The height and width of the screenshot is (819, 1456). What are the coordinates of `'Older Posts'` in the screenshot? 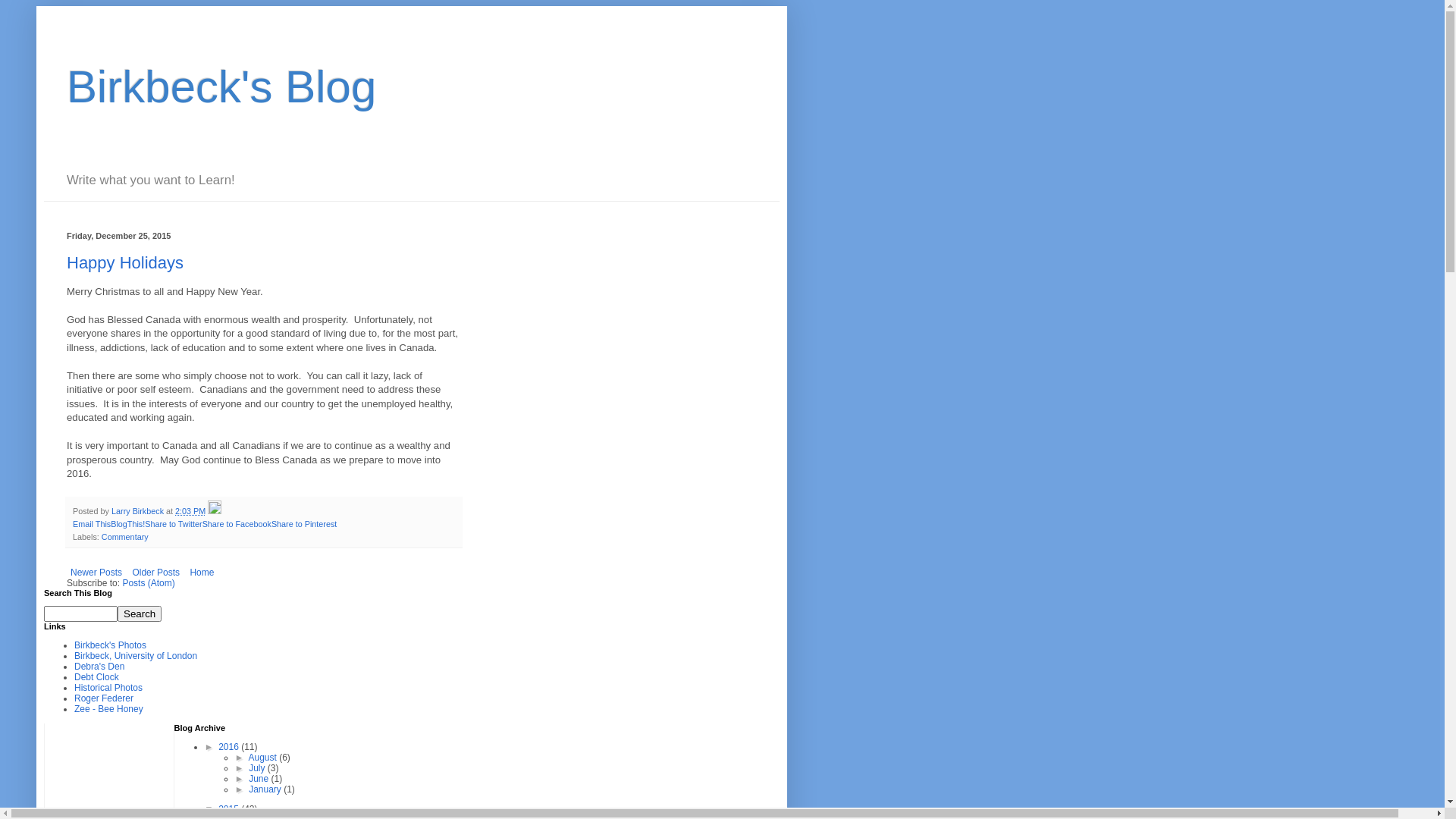 It's located at (155, 573).